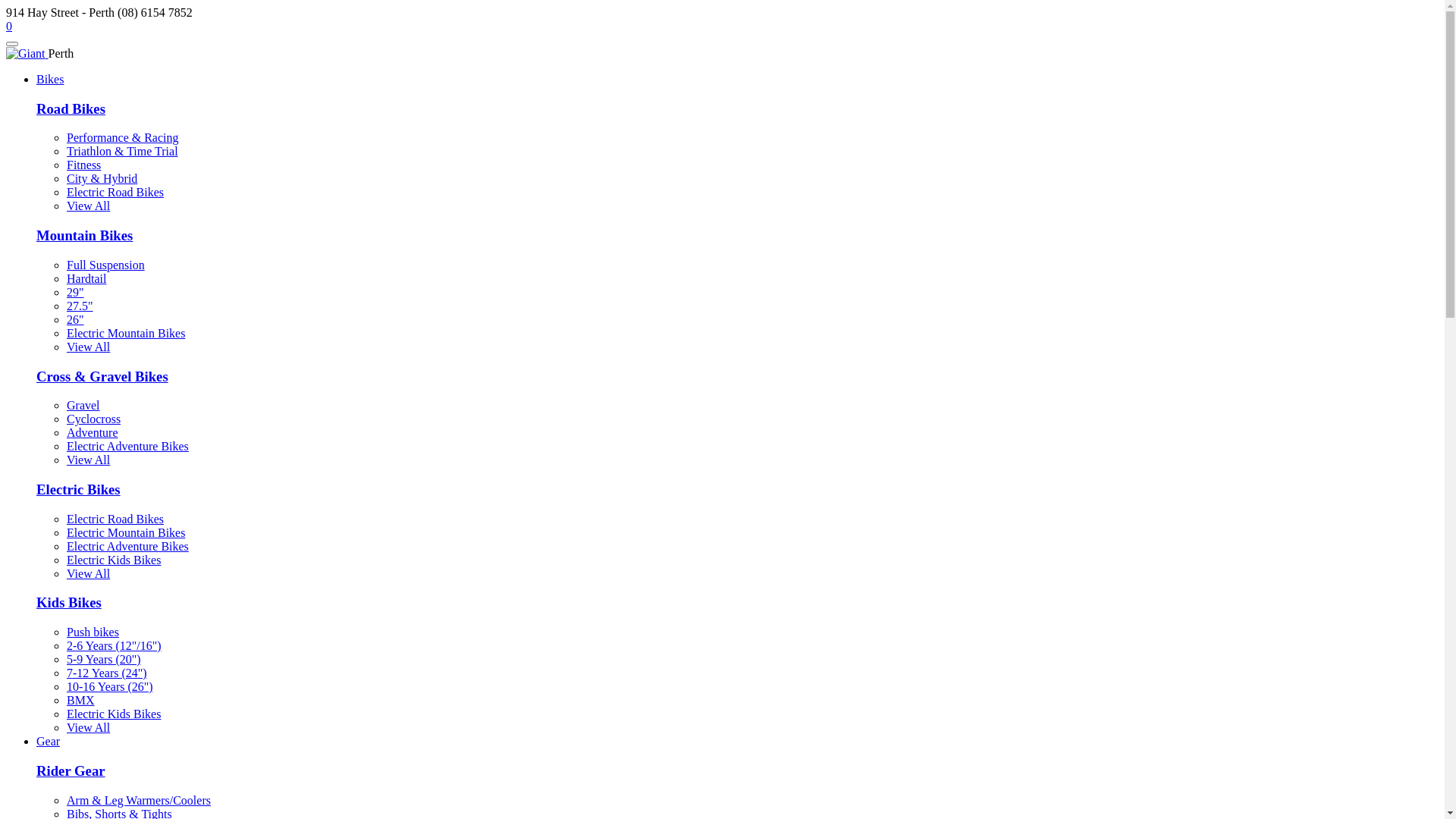 This screenshot has height=819, width=1456. I want to click on 'Full Suspension', so click(65, 264).